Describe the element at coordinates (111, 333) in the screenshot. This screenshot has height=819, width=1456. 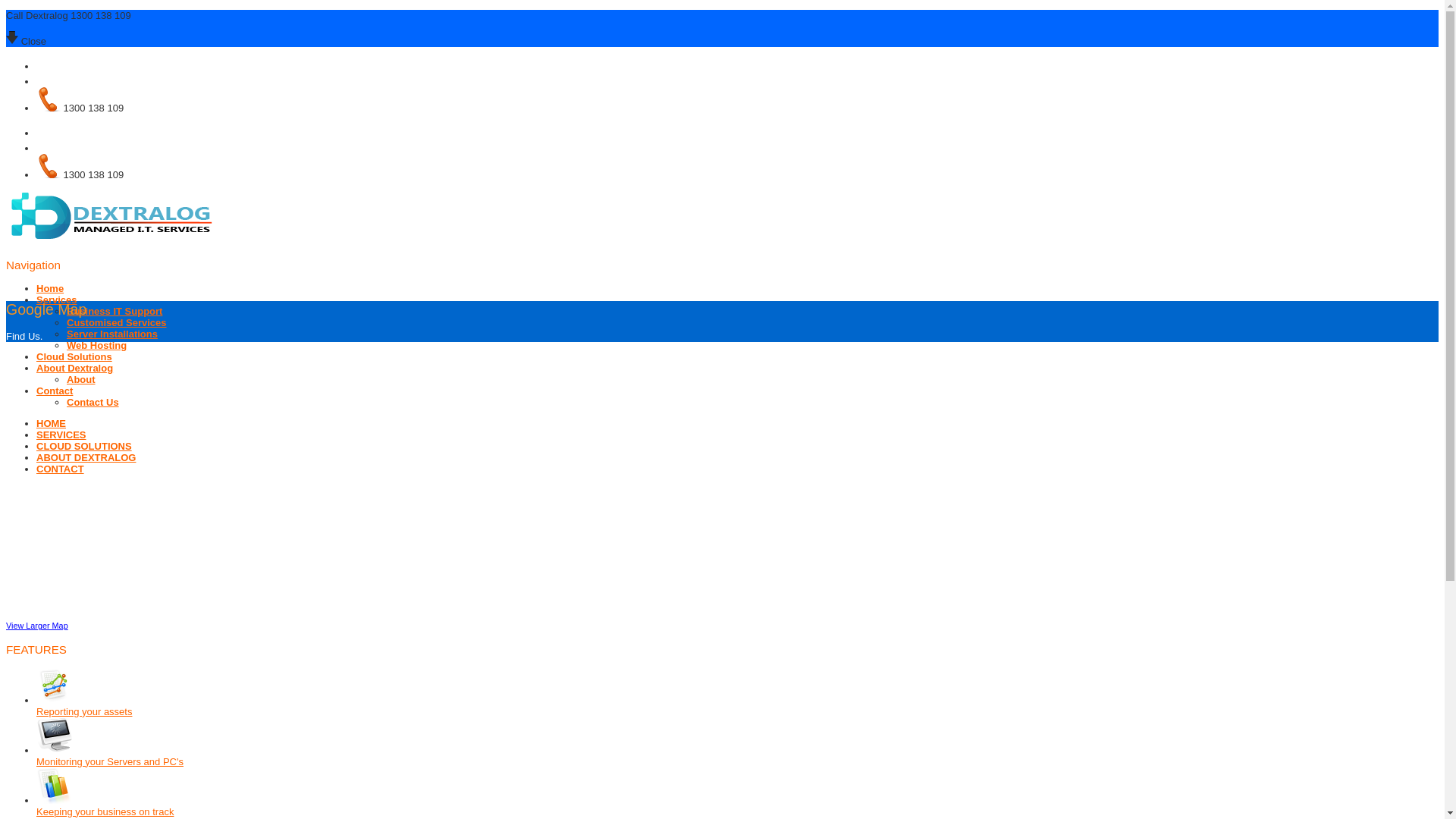
I see `'Server Installations'` at that location.